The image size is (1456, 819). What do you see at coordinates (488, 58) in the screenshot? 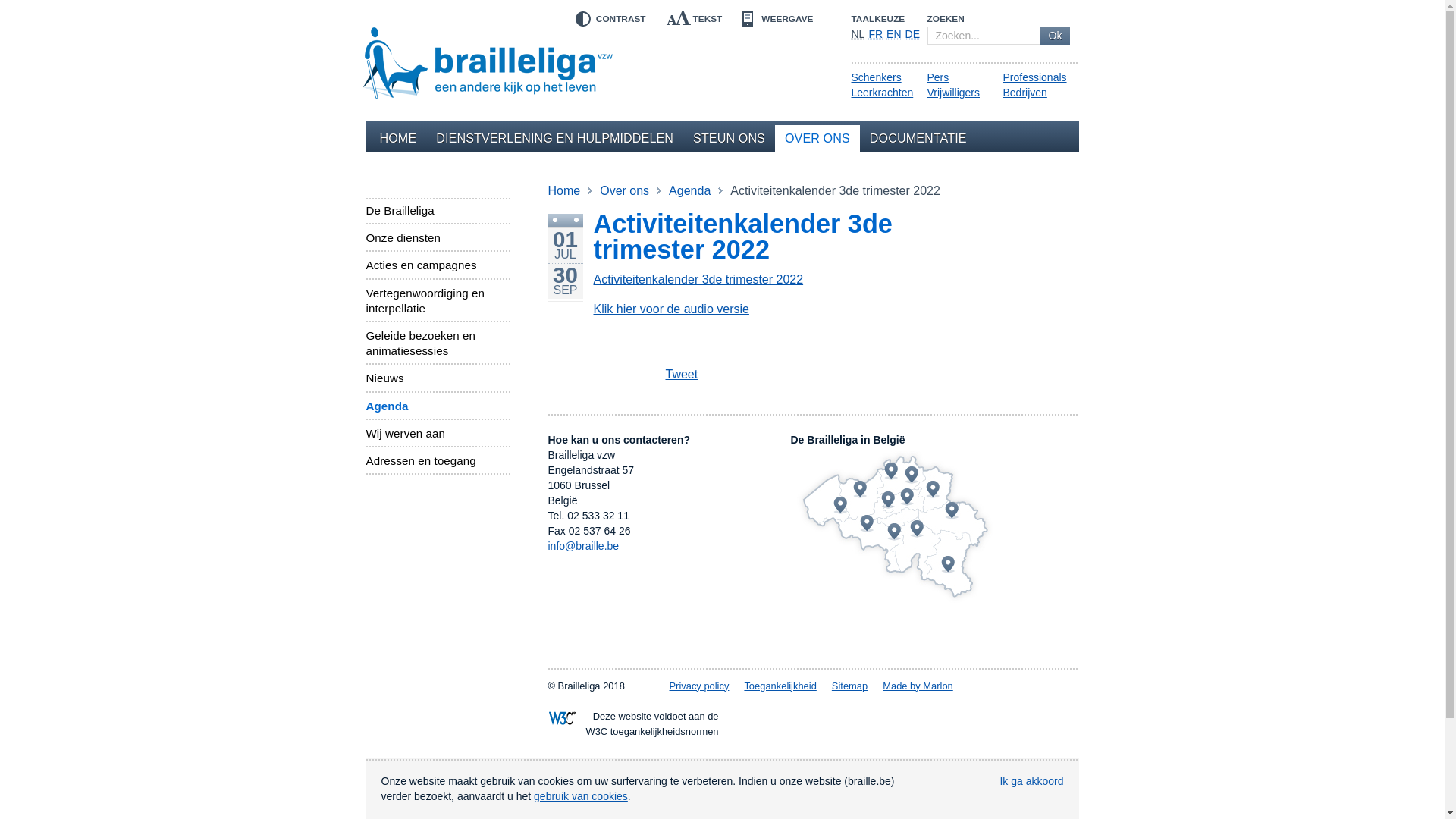
I see `'Brailleliga'` at bounding box center [488, 58].